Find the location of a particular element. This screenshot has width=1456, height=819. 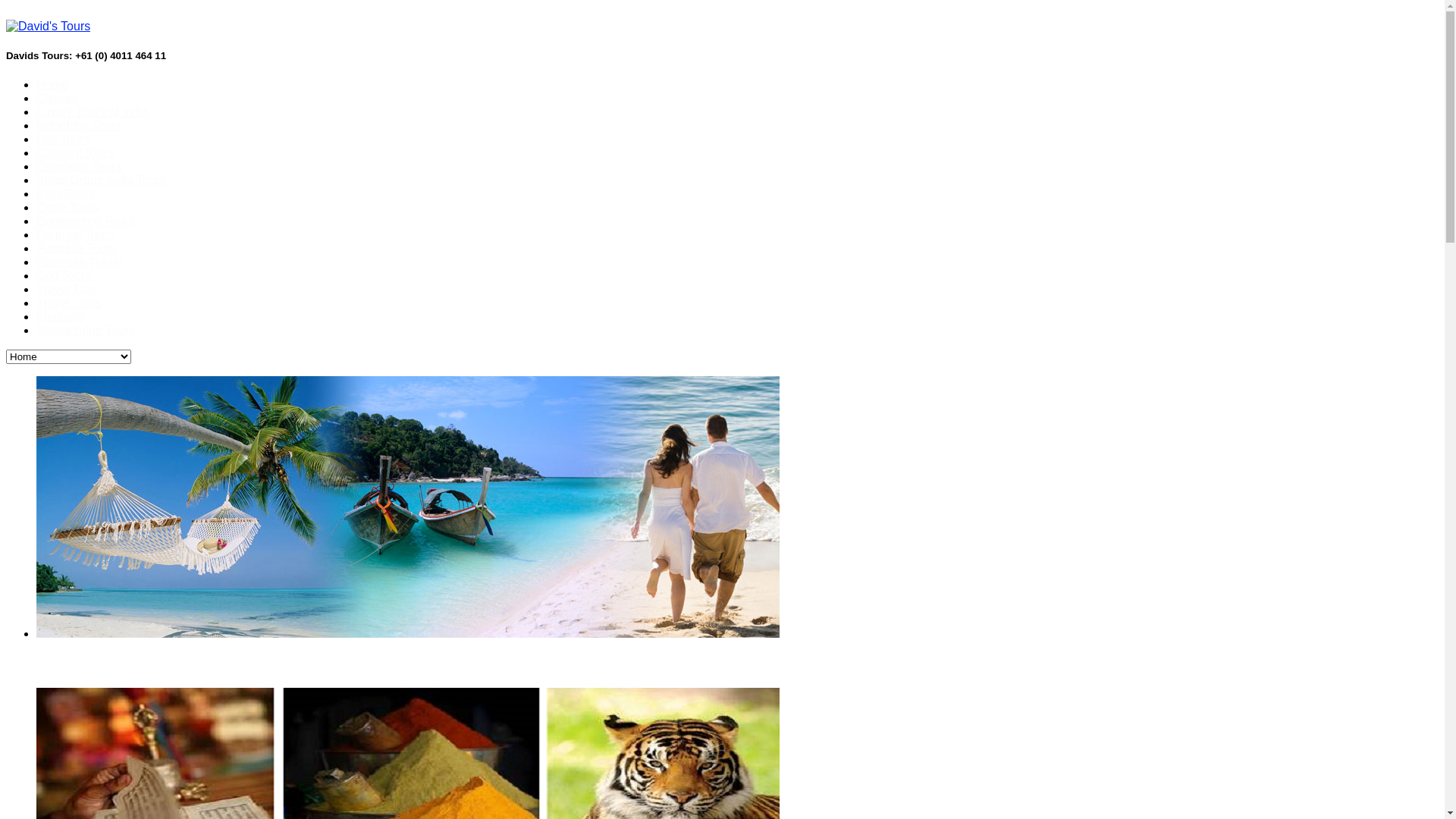

'Luxury Tours of India' is located at coordinates (91, 111).